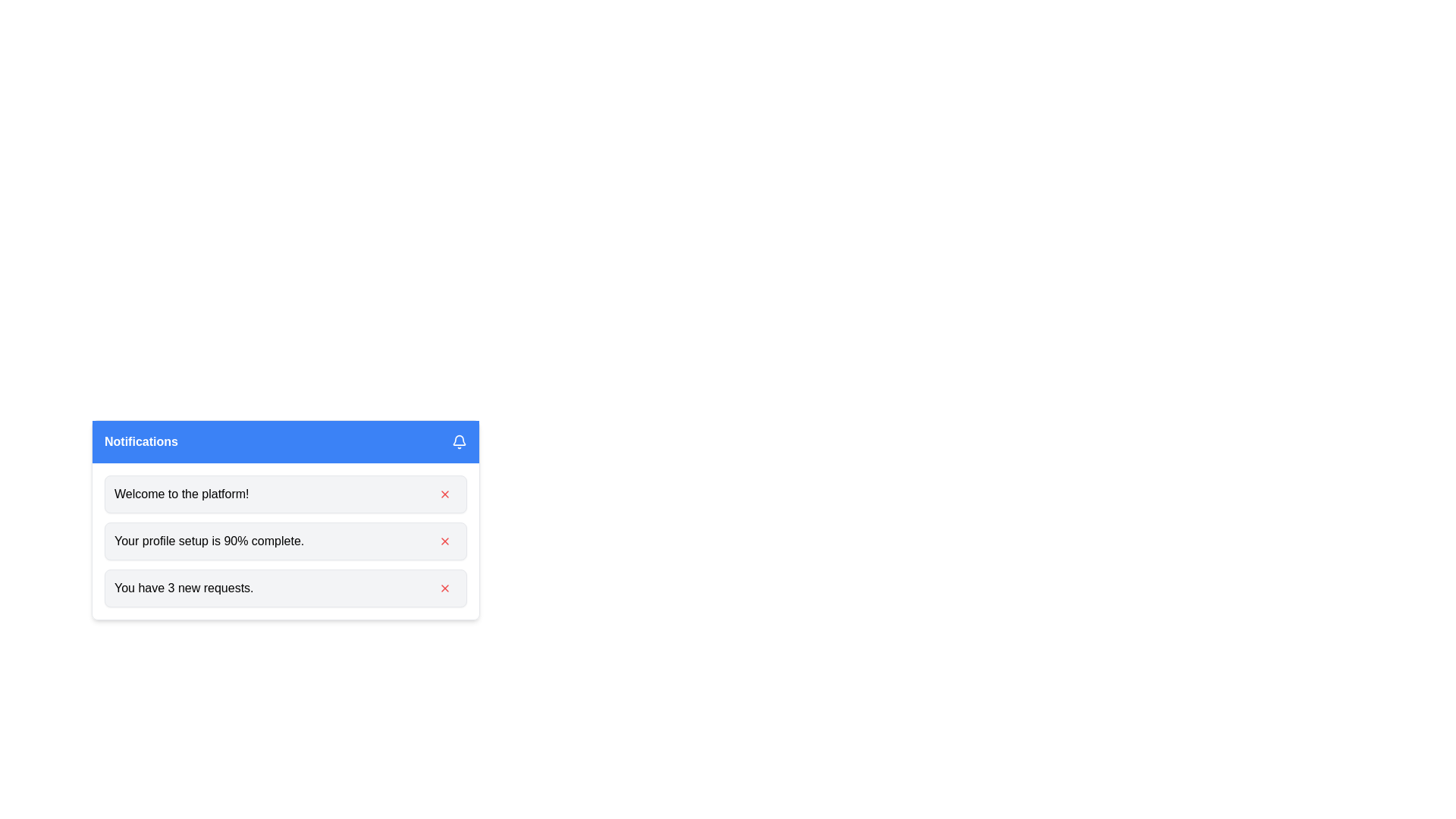  I want to click on the icon button located in the rightmost section of the third notification entry, so click(444, 587).